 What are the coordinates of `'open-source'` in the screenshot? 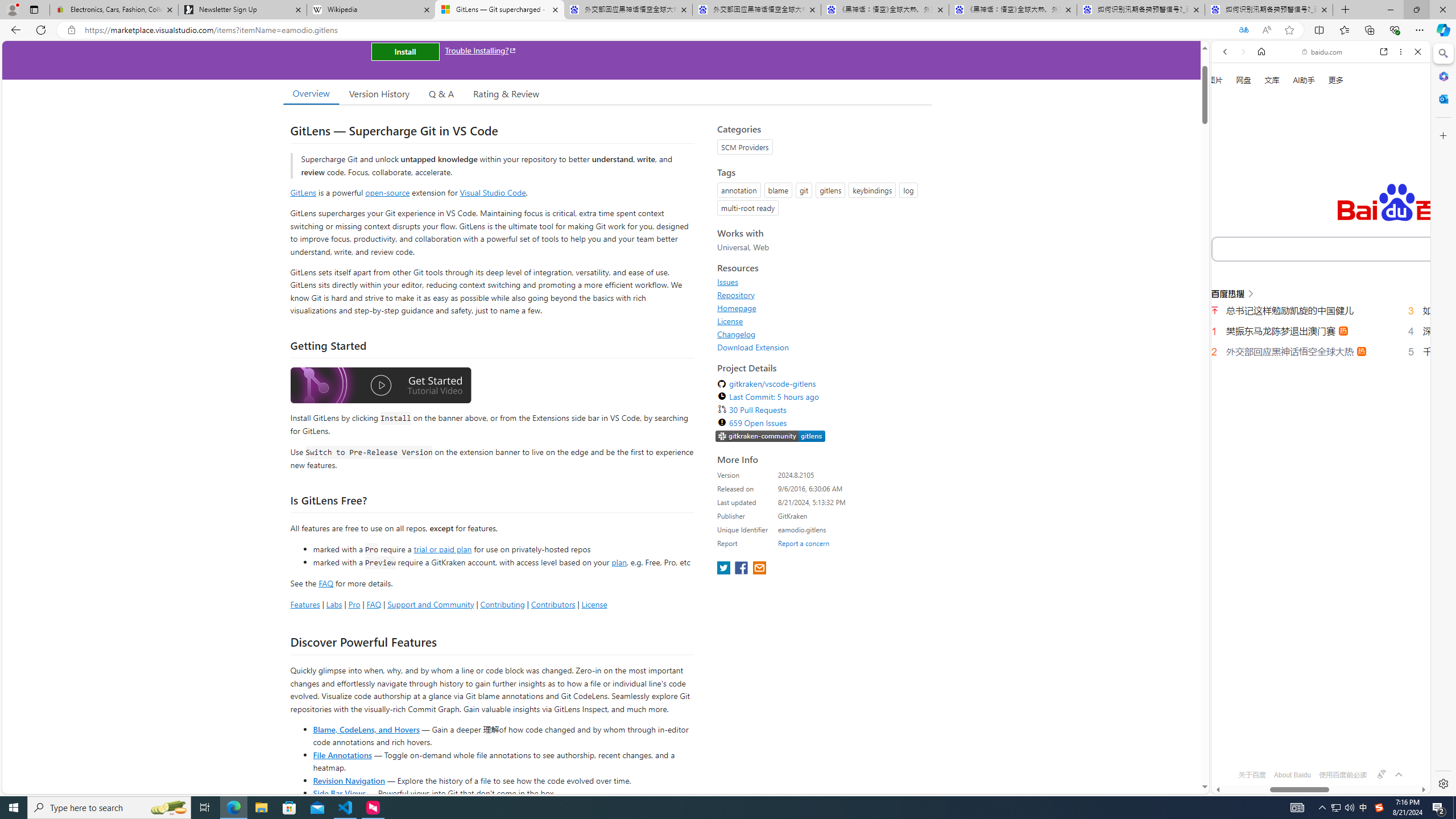 It's located at (387, 192).